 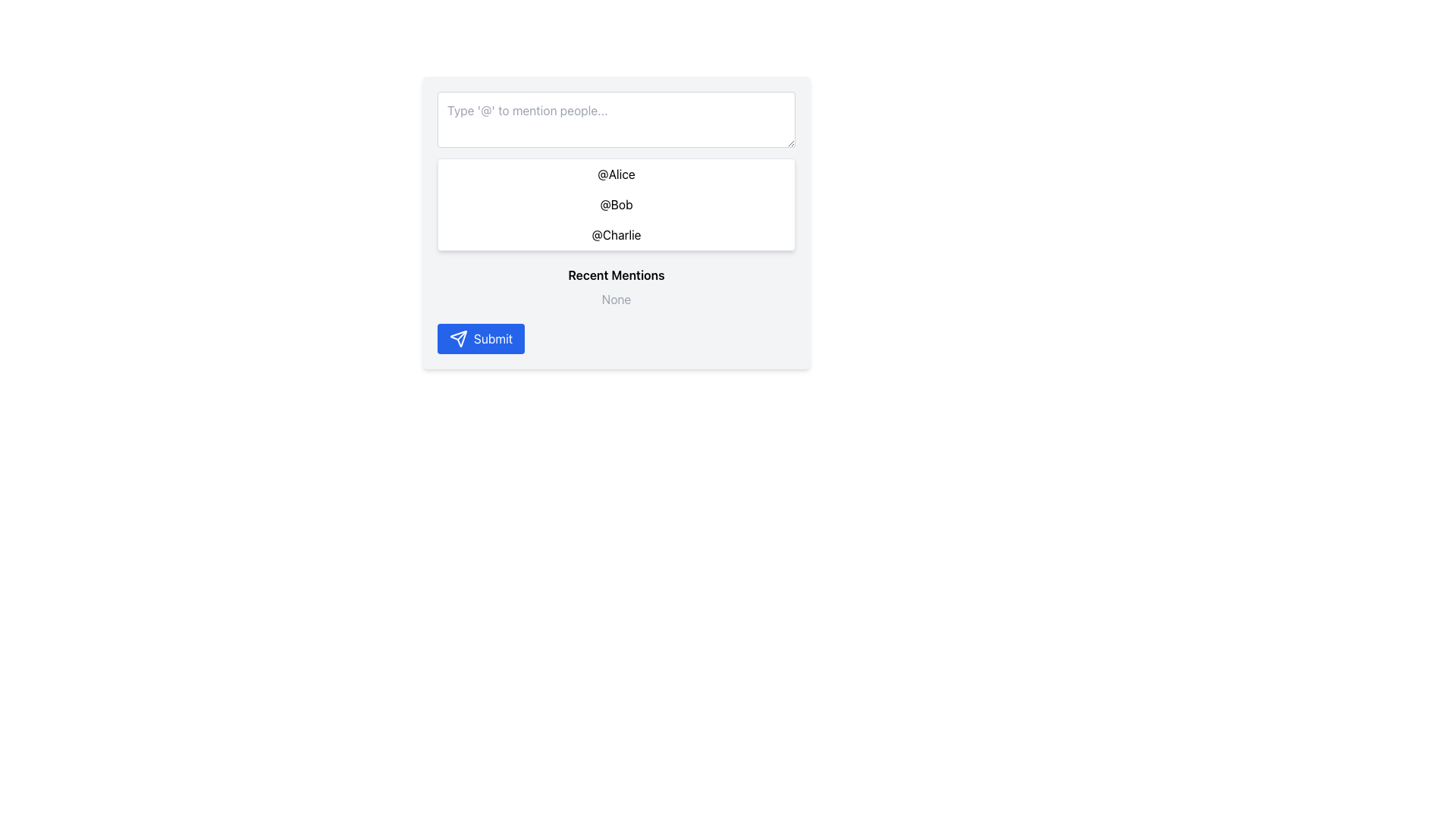 What do you see at coordinates (480, 338) in the screenshot?
I see `the blue 'Submit' button with white text and a paper plane icon` at bounding box center [480, 338].